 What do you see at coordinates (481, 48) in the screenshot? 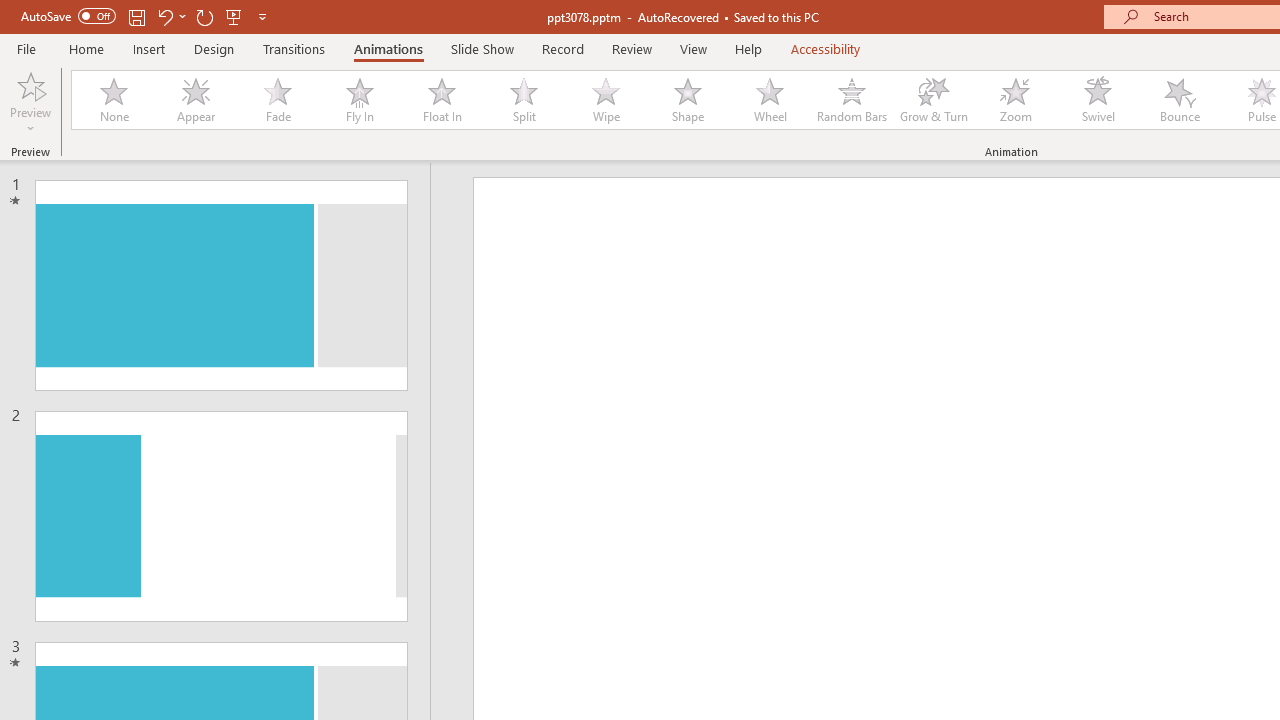
I see `'Slide Show'` at bounding box center [481, 48].